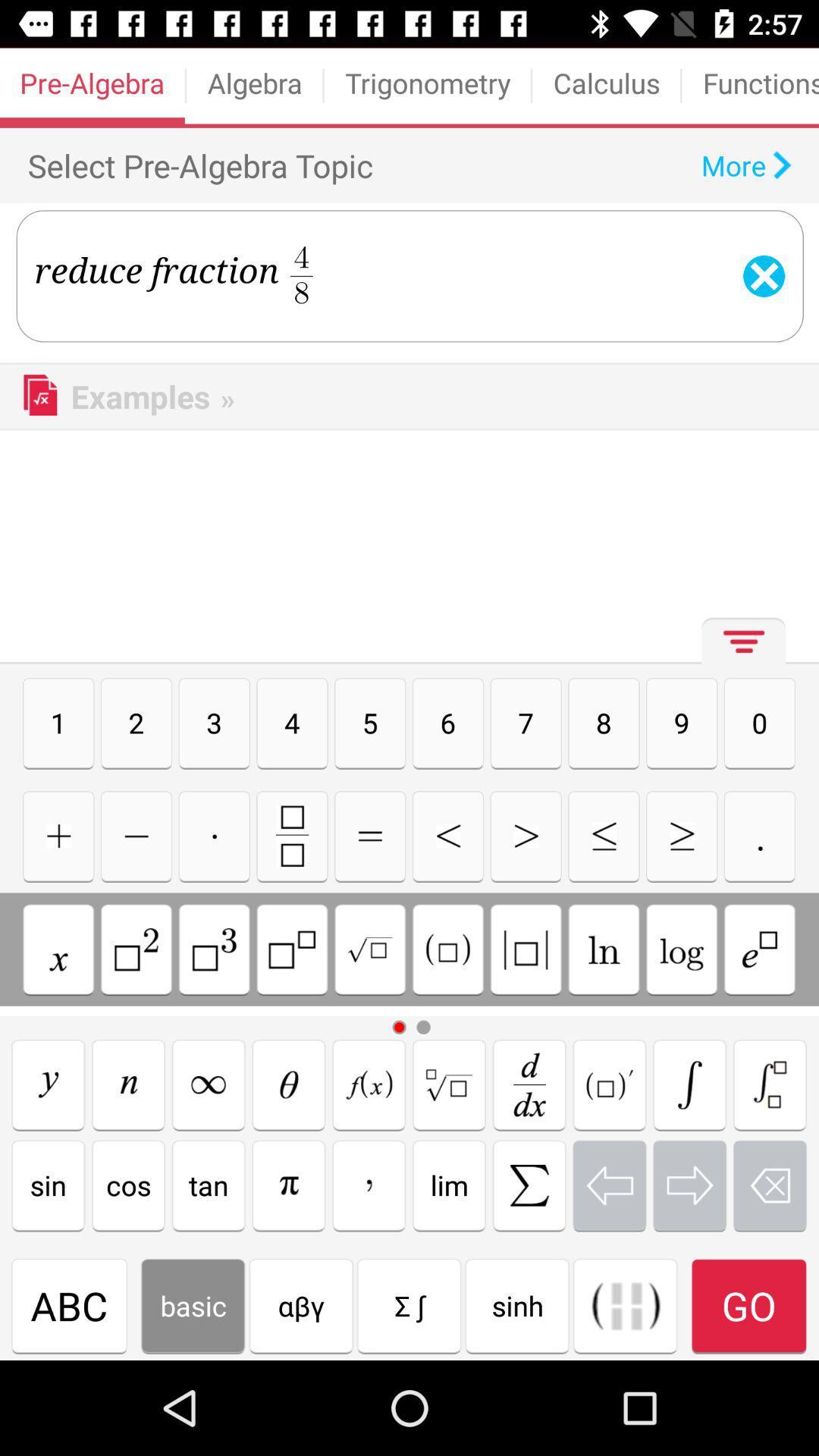 Image resolution: width=819 pixels, height=1456 pixels. I want to click on symbol, so click(289, 1185).